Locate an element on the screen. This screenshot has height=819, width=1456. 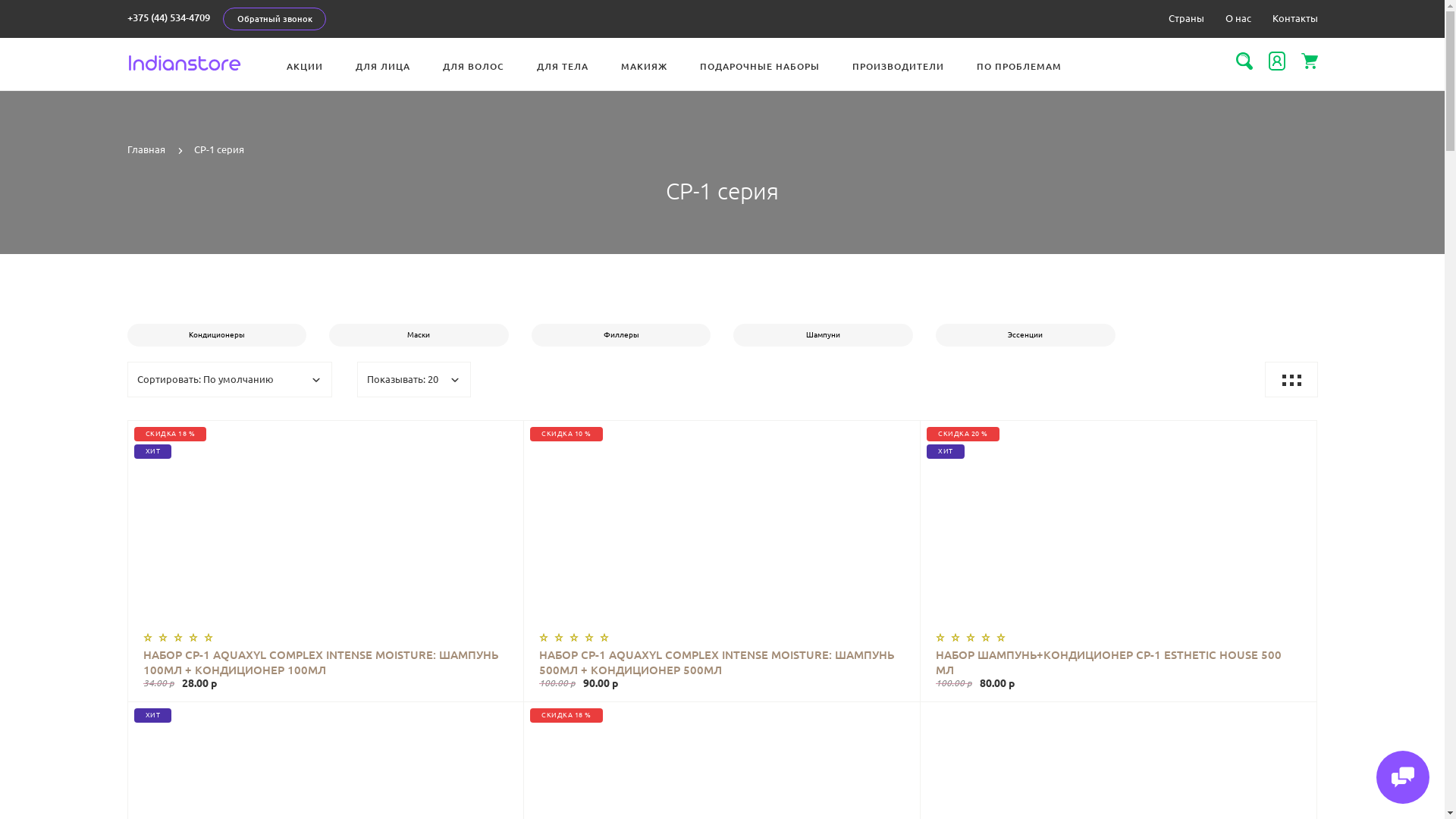
'+375 (44) 534-4709' is located at coordinates (168, 17).